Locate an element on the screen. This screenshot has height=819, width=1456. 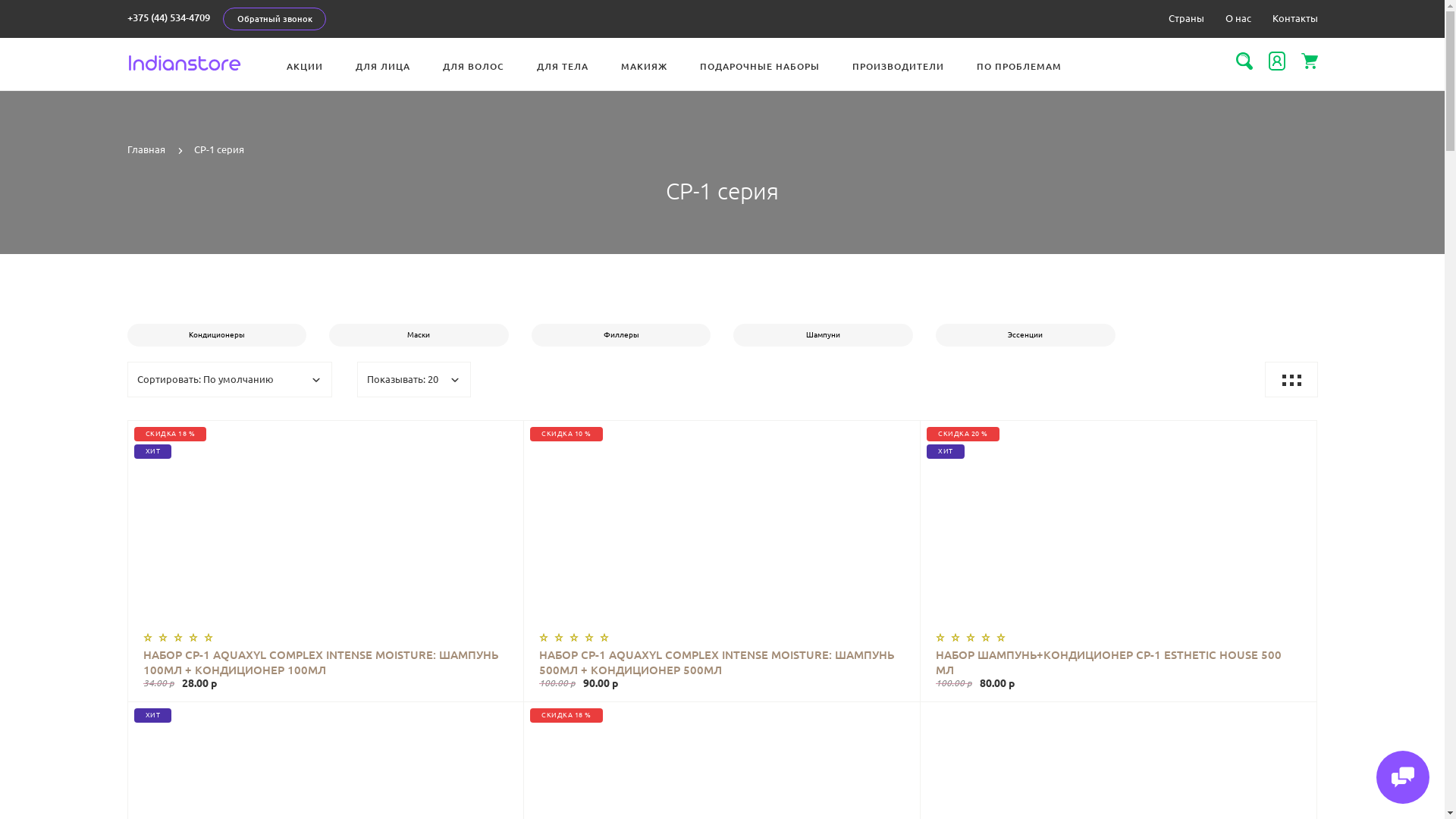
'+375 (44) 534-4709' is located at coordinates (168, 17).